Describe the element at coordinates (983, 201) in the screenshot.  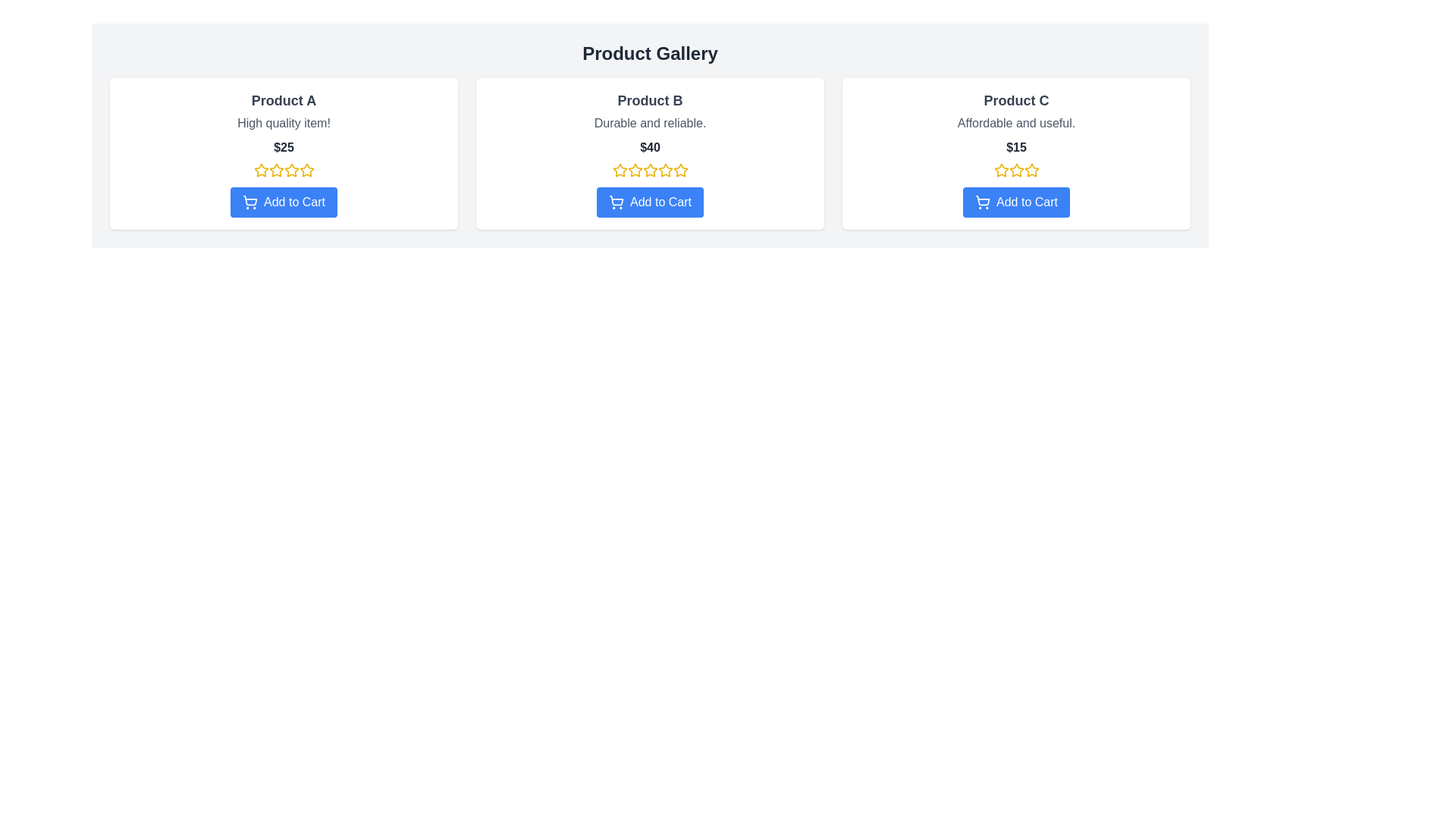
I see `the icon representing the action of adding an item to the shopping cart, located on the left side of the 'Add to Cart' button for Product C` at that location.